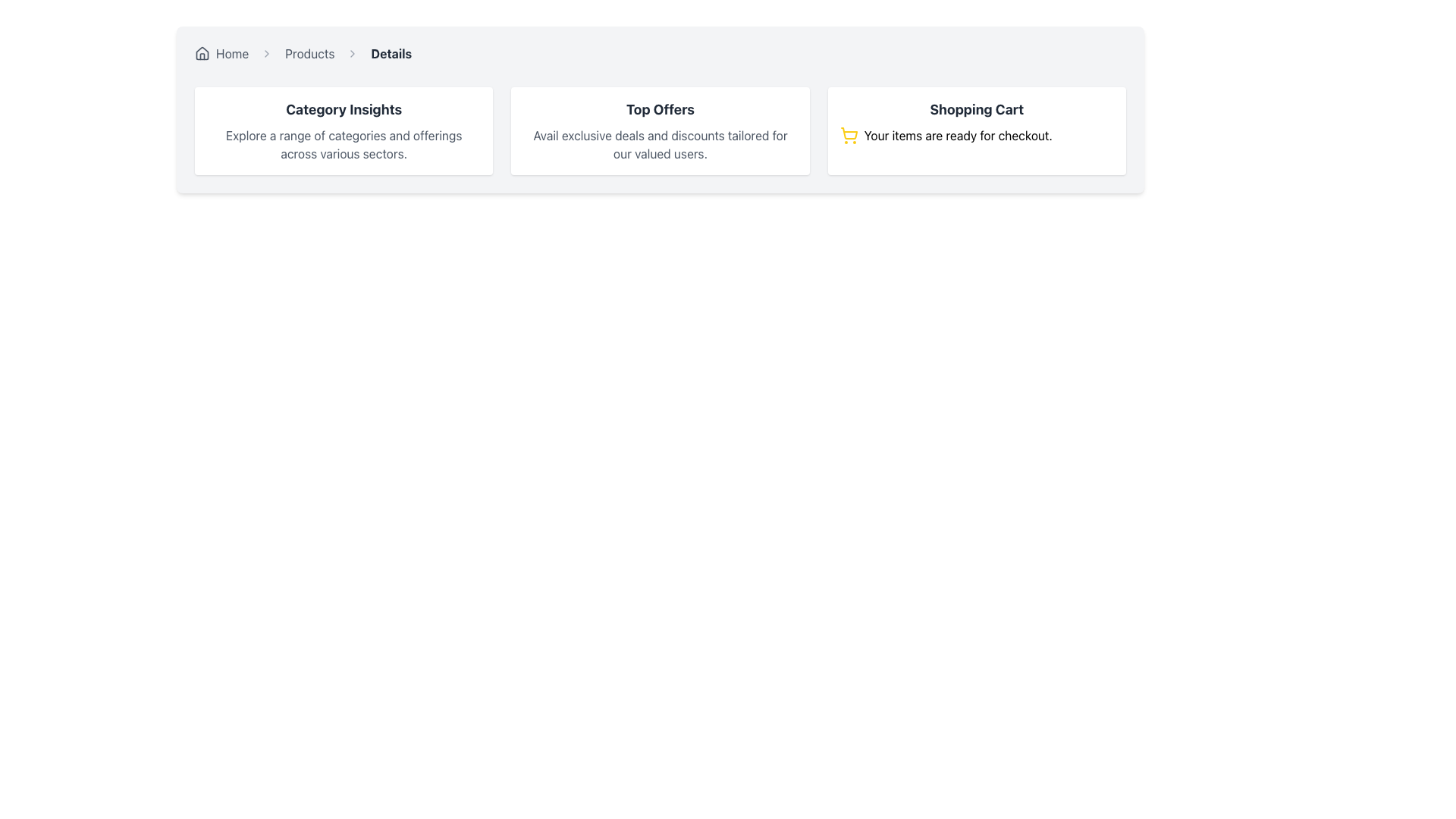  I want to click on the house-shaped icon located in the breadcrumb navigation bar, so click(202, 52).